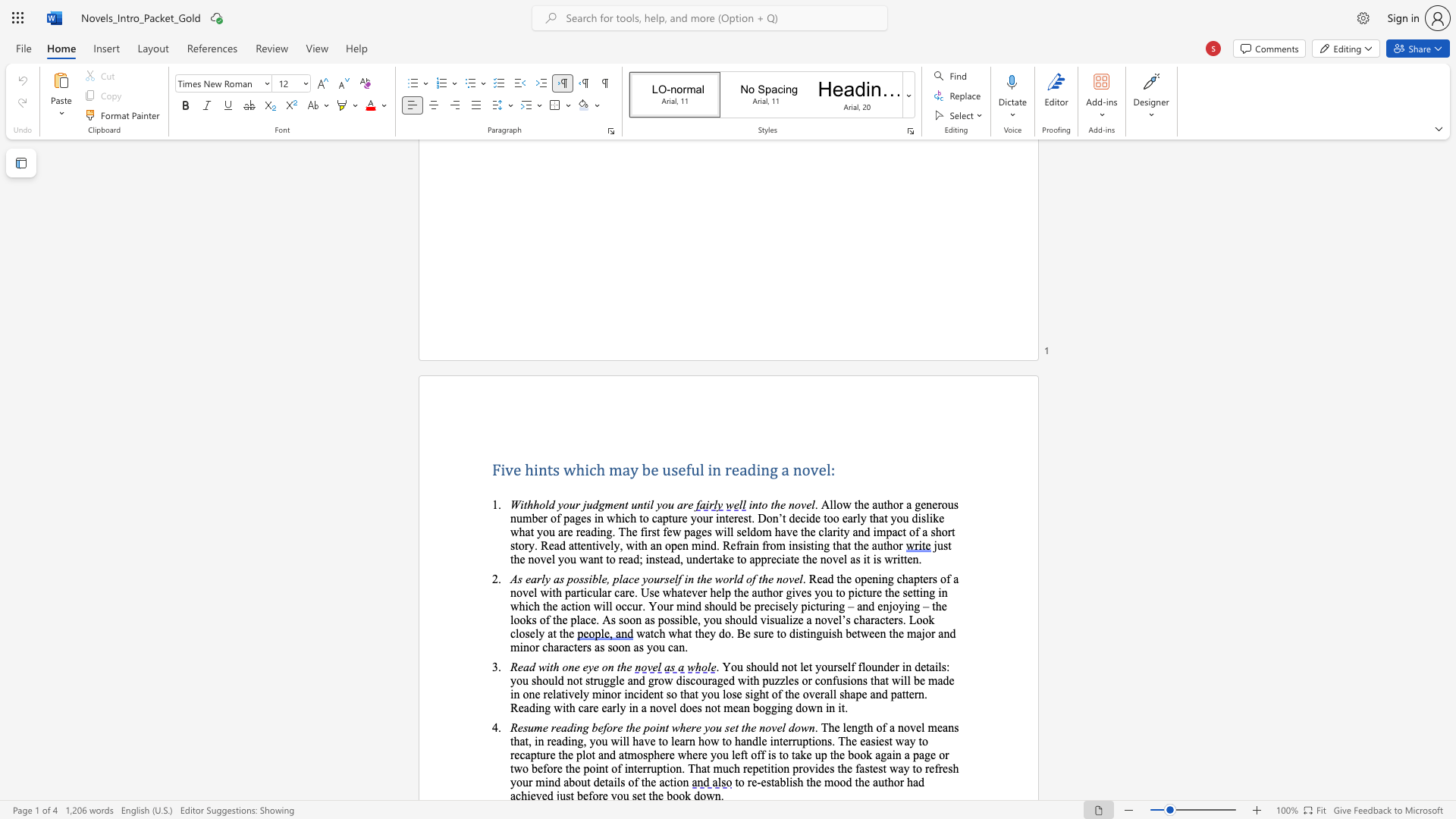 Image resolution: width=1456 pixels, height=819 pixels. What do you see at coordinates (846, 768) in the screenshot?
I see `the subset text "e fastest way to refresh your mind about" within the text "the fastest way to refresh your mind about details of the action"` at bounding box center [846, 768].